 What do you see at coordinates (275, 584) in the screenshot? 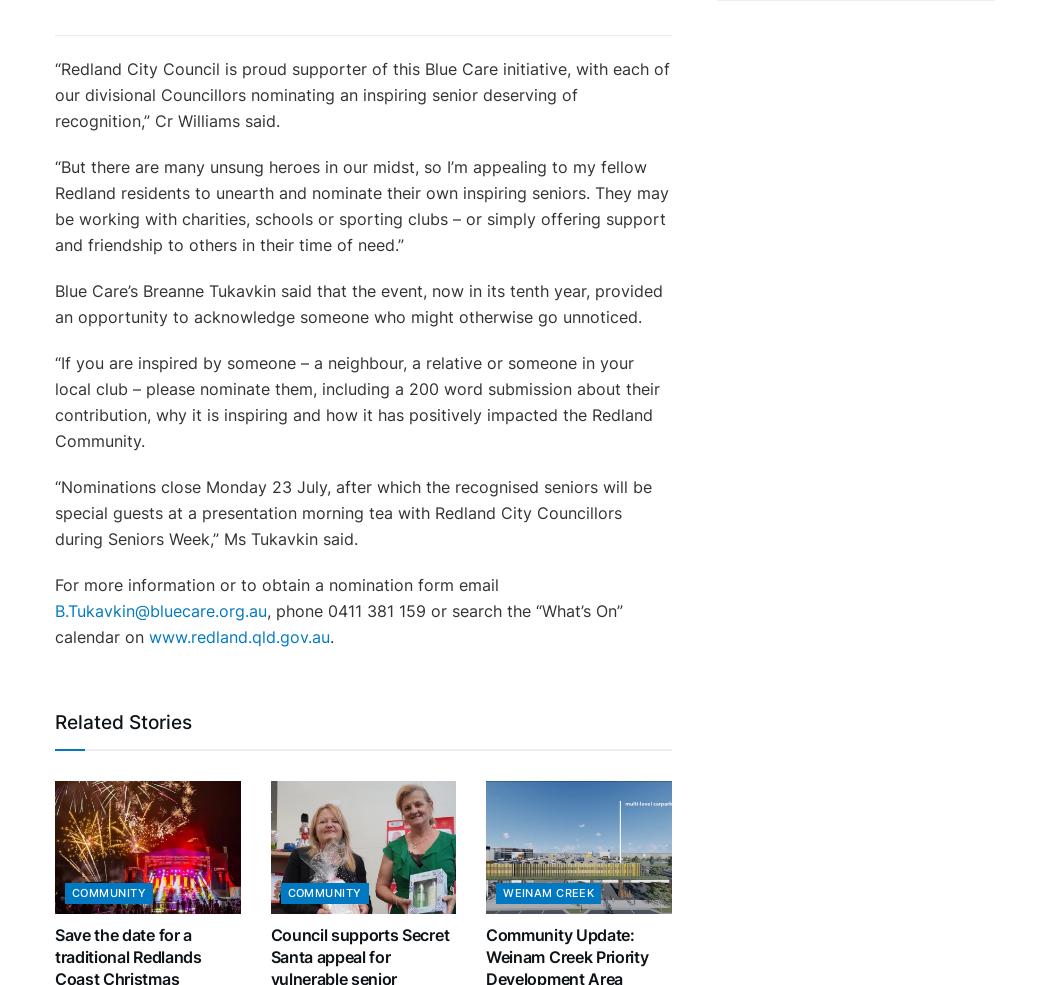
I see `'For more information or to obtain a nomination form email'` at bounding box center [275, 584].